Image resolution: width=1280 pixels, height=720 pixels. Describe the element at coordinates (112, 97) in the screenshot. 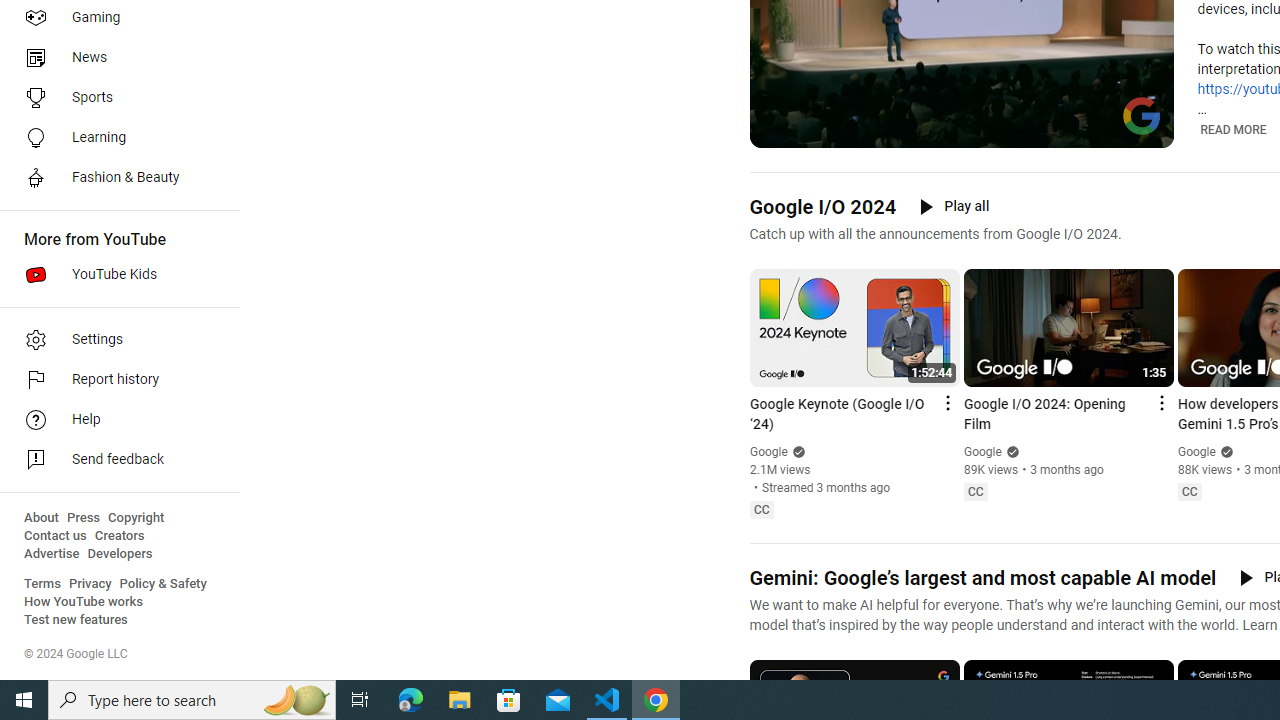

I see `'Sports'` at that location.